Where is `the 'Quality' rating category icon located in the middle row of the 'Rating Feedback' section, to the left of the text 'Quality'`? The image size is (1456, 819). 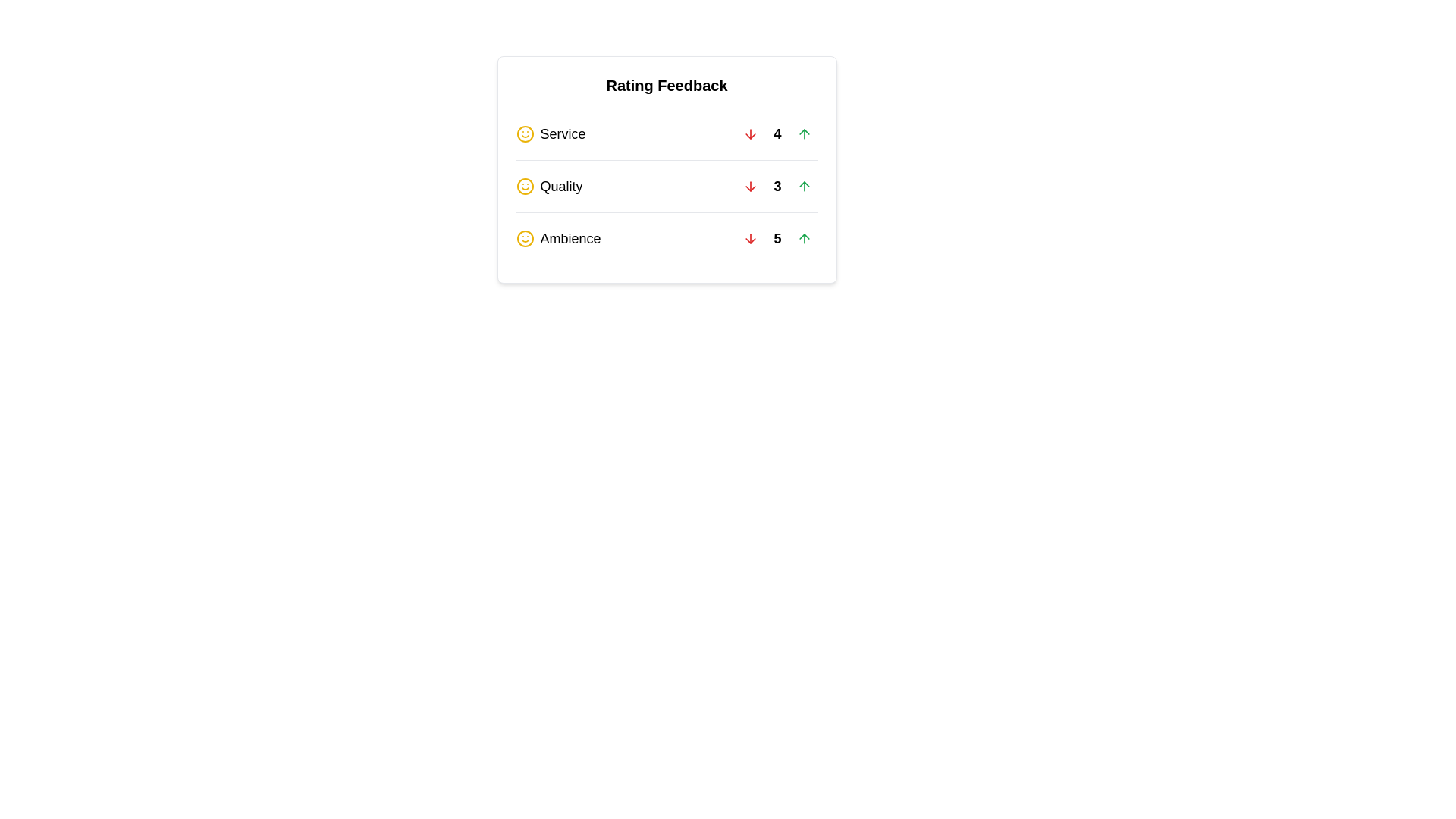 the 'Quality' rating category icon located in the middle row of the 'Rating Feedback' section, to the left of the text 'Quality' is located at coordinates (525, 186).